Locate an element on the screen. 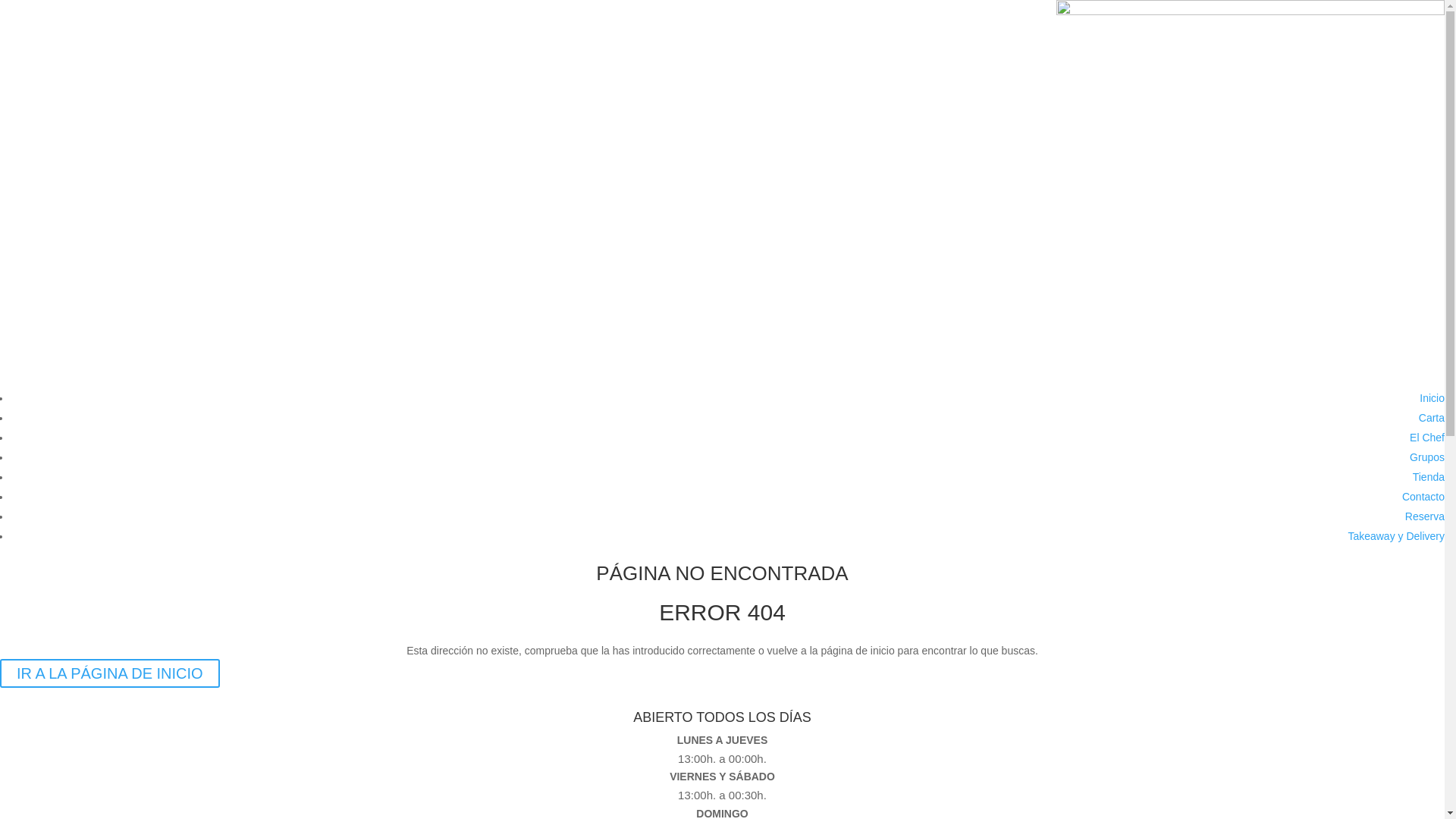  'Tienda' is located at coordinates (1427, 475).